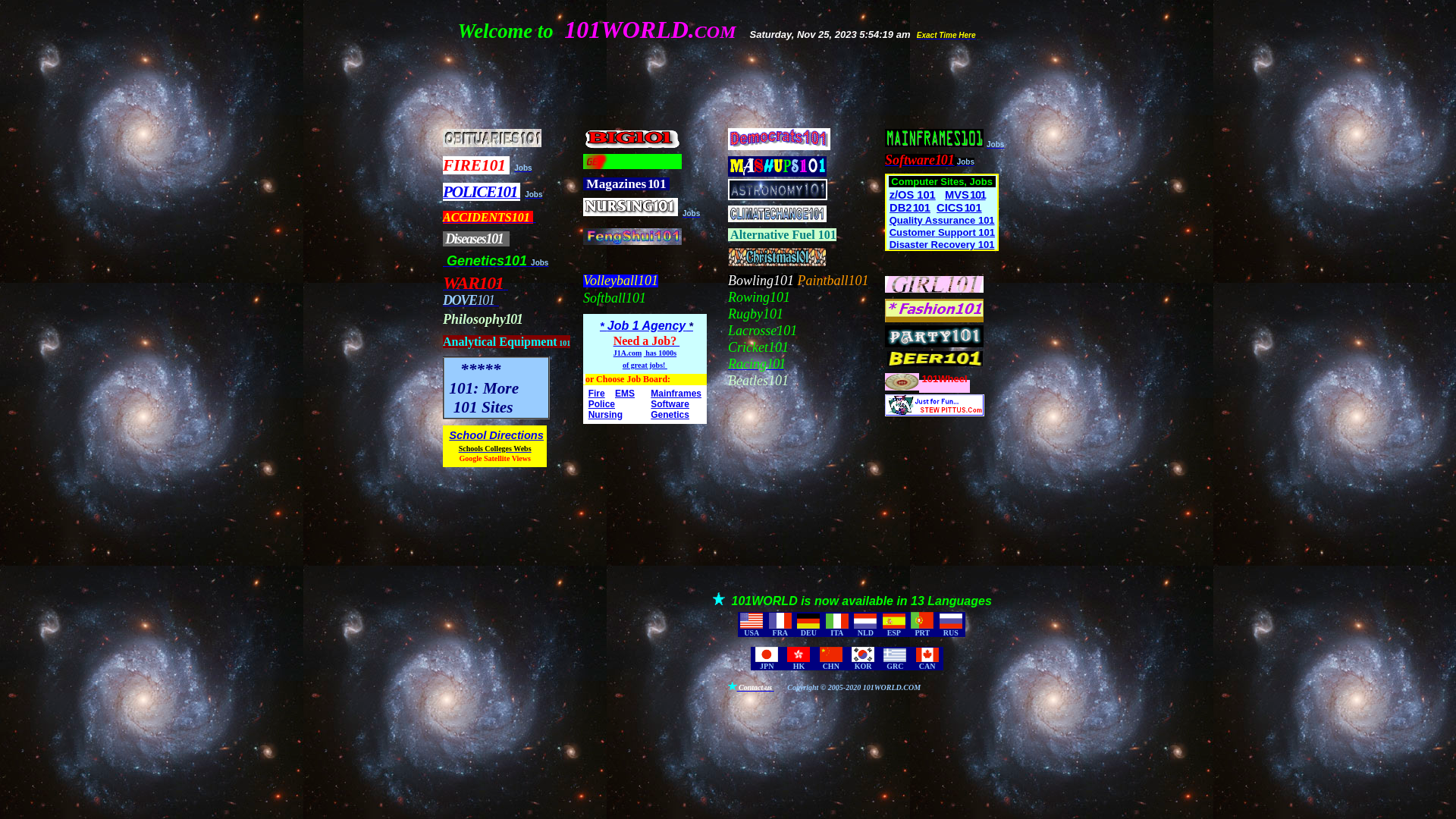  I want to click on 'J1A.com', so click(628, 353).